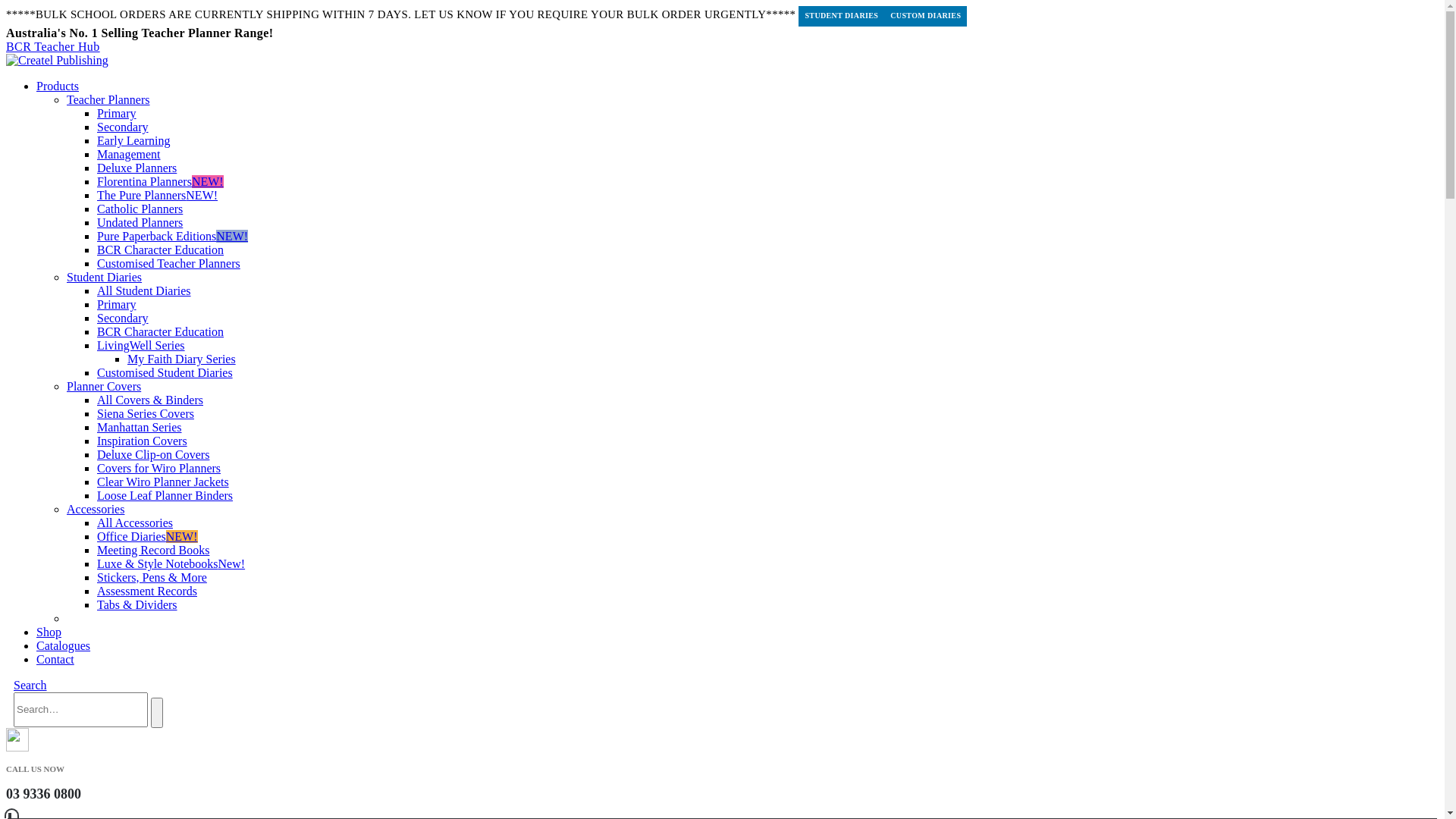 This screenshot has width=1456, height=819. What do you see at coordinates (103, 385) in the screenshot?
I see `'Planner Covers'` at bounding box center [103, 385].